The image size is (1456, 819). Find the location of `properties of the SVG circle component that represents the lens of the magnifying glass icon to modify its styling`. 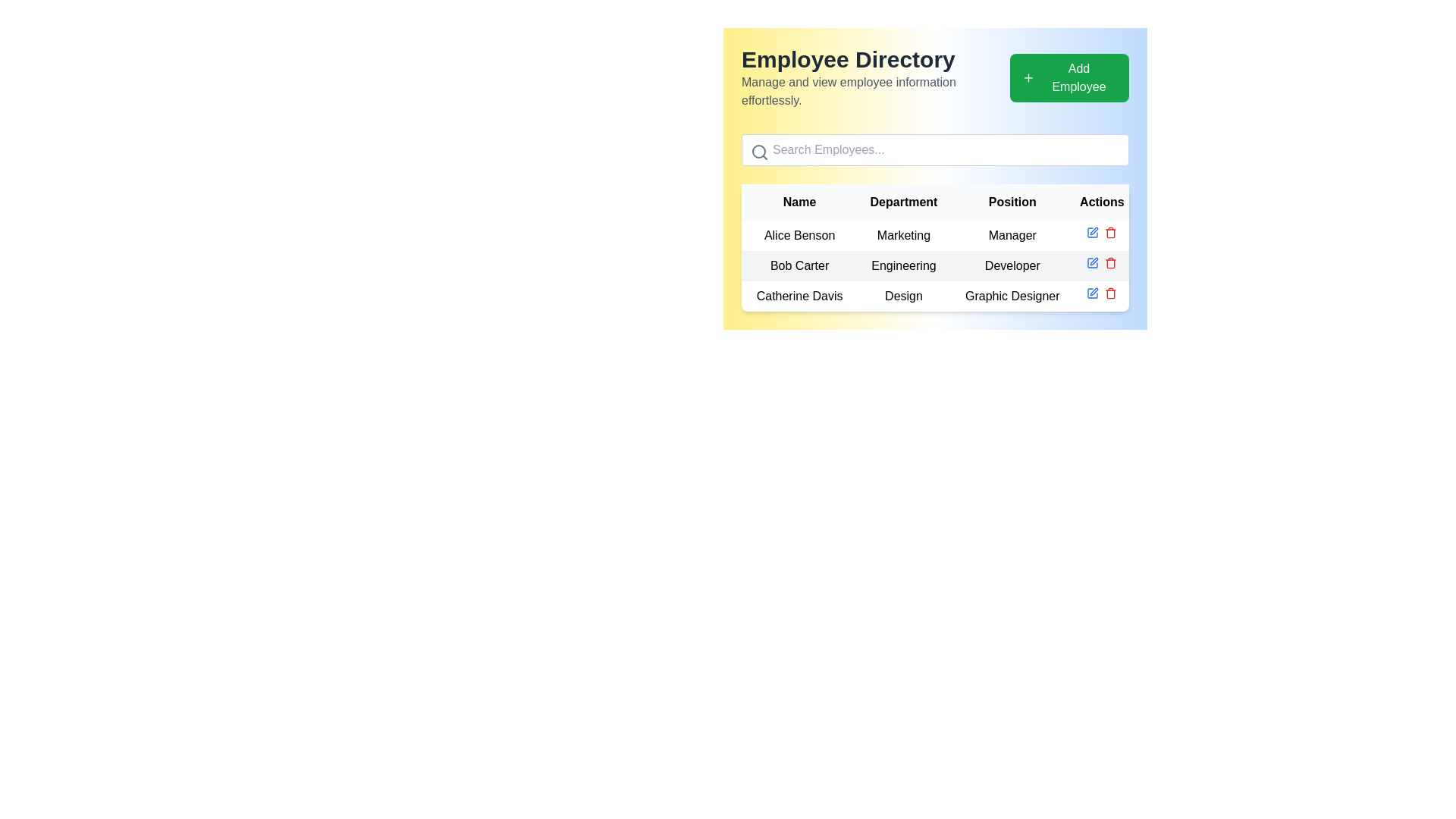

properties of the SVG circle component that represents the lens of the magnifying glass icon to modify its styling is located at coordinates (759, 152).